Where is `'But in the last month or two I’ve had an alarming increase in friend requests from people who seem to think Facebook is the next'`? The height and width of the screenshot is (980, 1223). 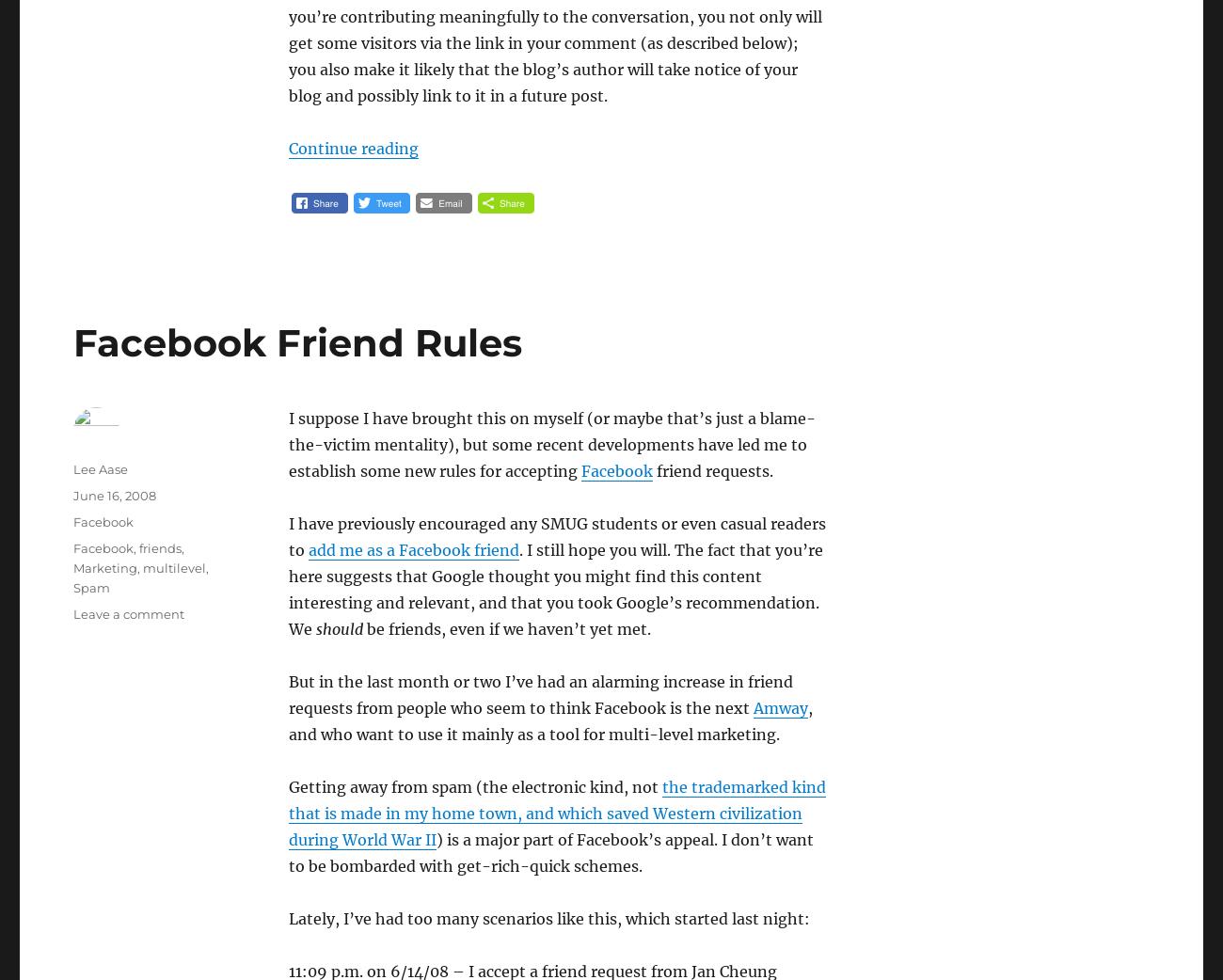 'But in the last month or two I’ve had an alarming increase in friend requests from people who seem to think Facebook is the next' is located at coordinates (538, 693).